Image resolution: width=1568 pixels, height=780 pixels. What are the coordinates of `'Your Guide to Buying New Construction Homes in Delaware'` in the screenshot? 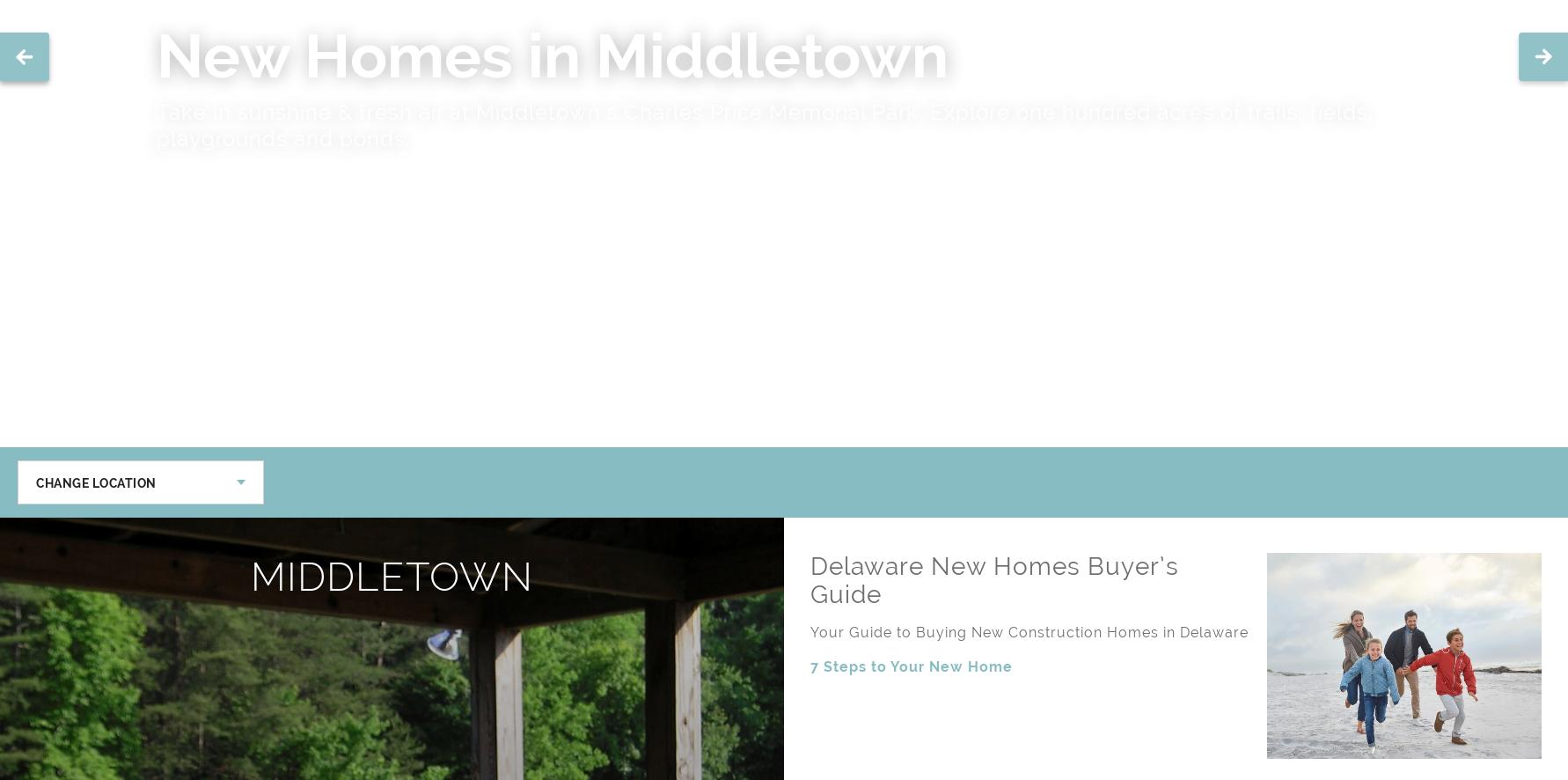 It's located at (1029, 632).